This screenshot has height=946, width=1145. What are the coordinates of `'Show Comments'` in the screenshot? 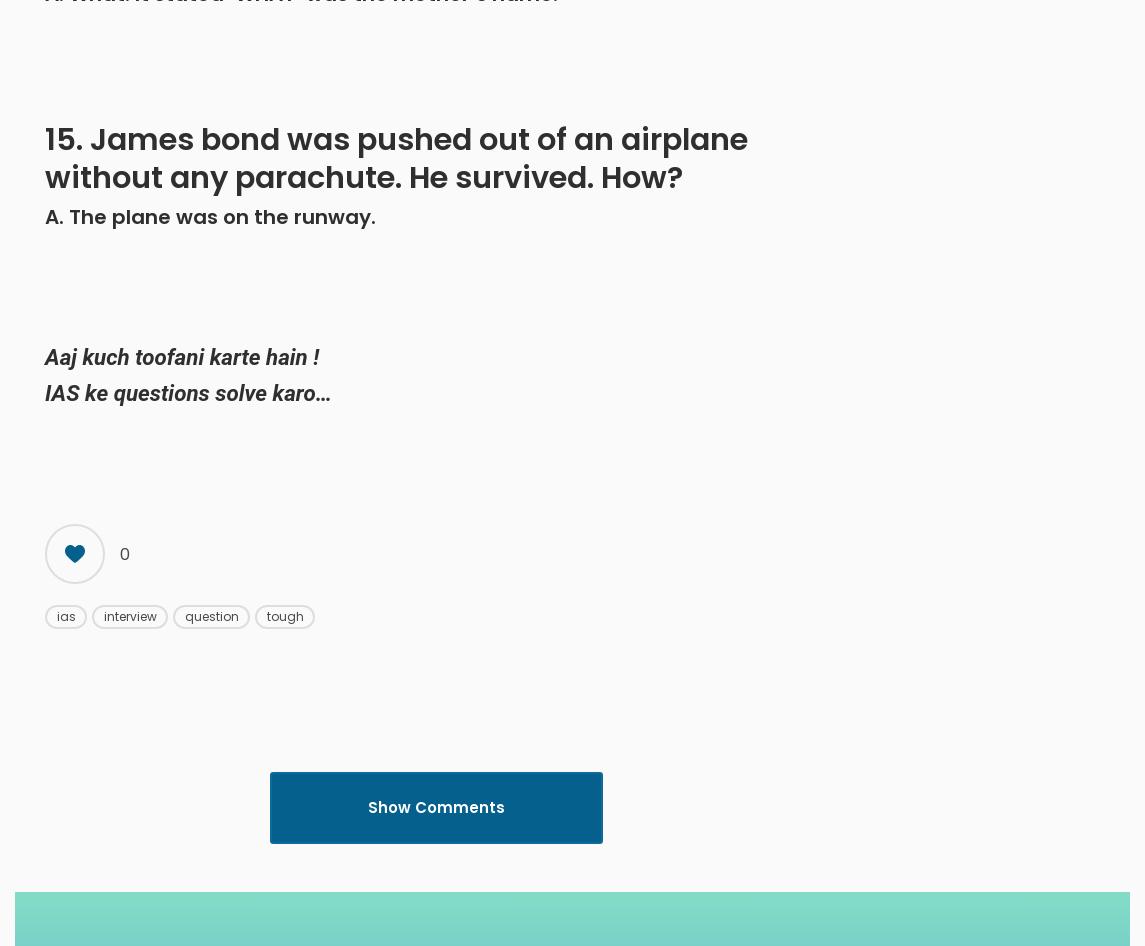 It's located at (367, 806).